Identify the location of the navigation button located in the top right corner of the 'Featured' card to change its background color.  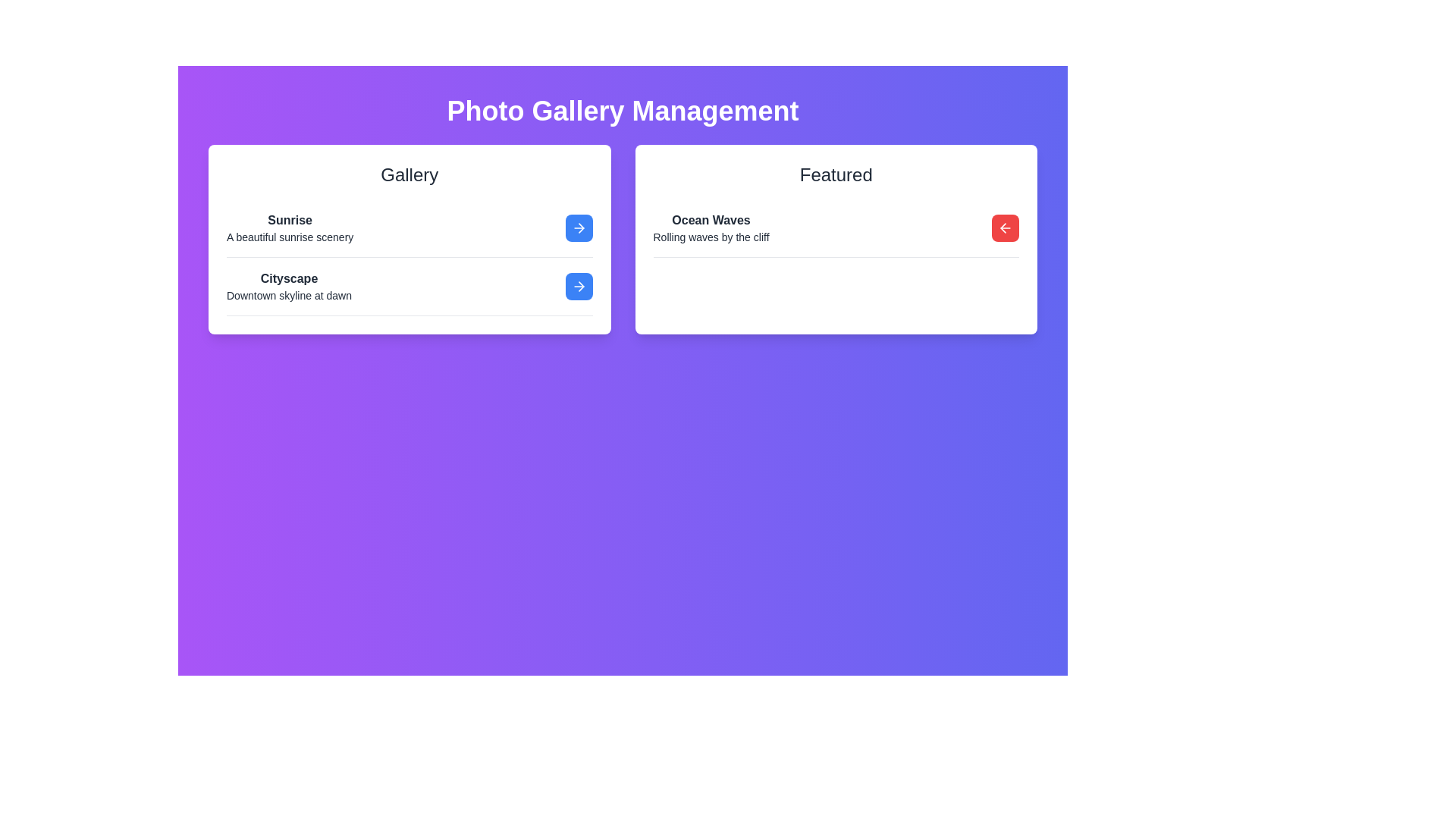
(1005, 227).